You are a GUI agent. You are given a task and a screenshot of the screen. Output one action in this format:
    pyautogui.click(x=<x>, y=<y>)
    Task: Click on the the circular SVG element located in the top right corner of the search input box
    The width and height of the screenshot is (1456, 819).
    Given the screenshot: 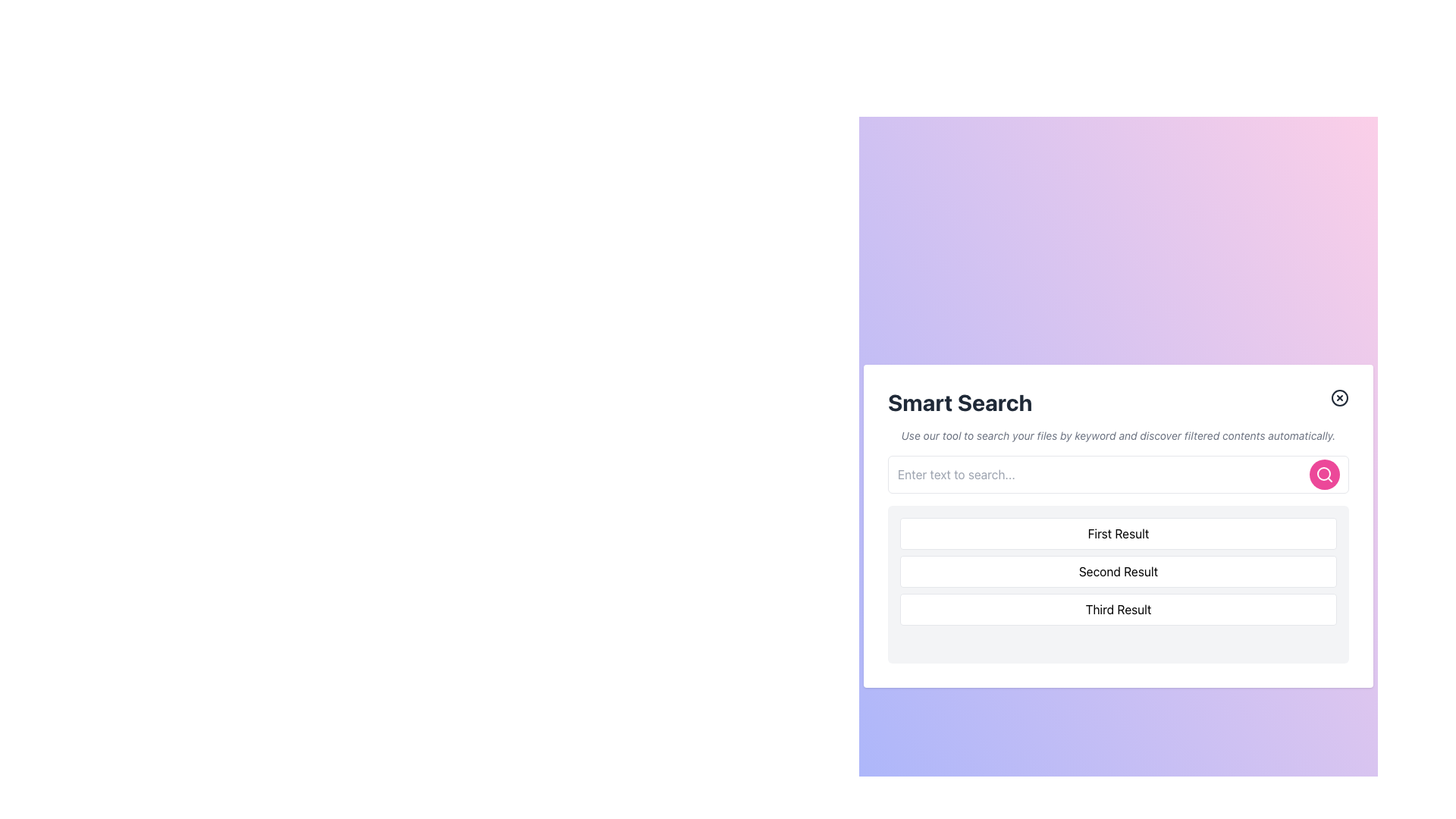 What is the action you would take?
    pyautogui.click(x=1323, y=472)
    